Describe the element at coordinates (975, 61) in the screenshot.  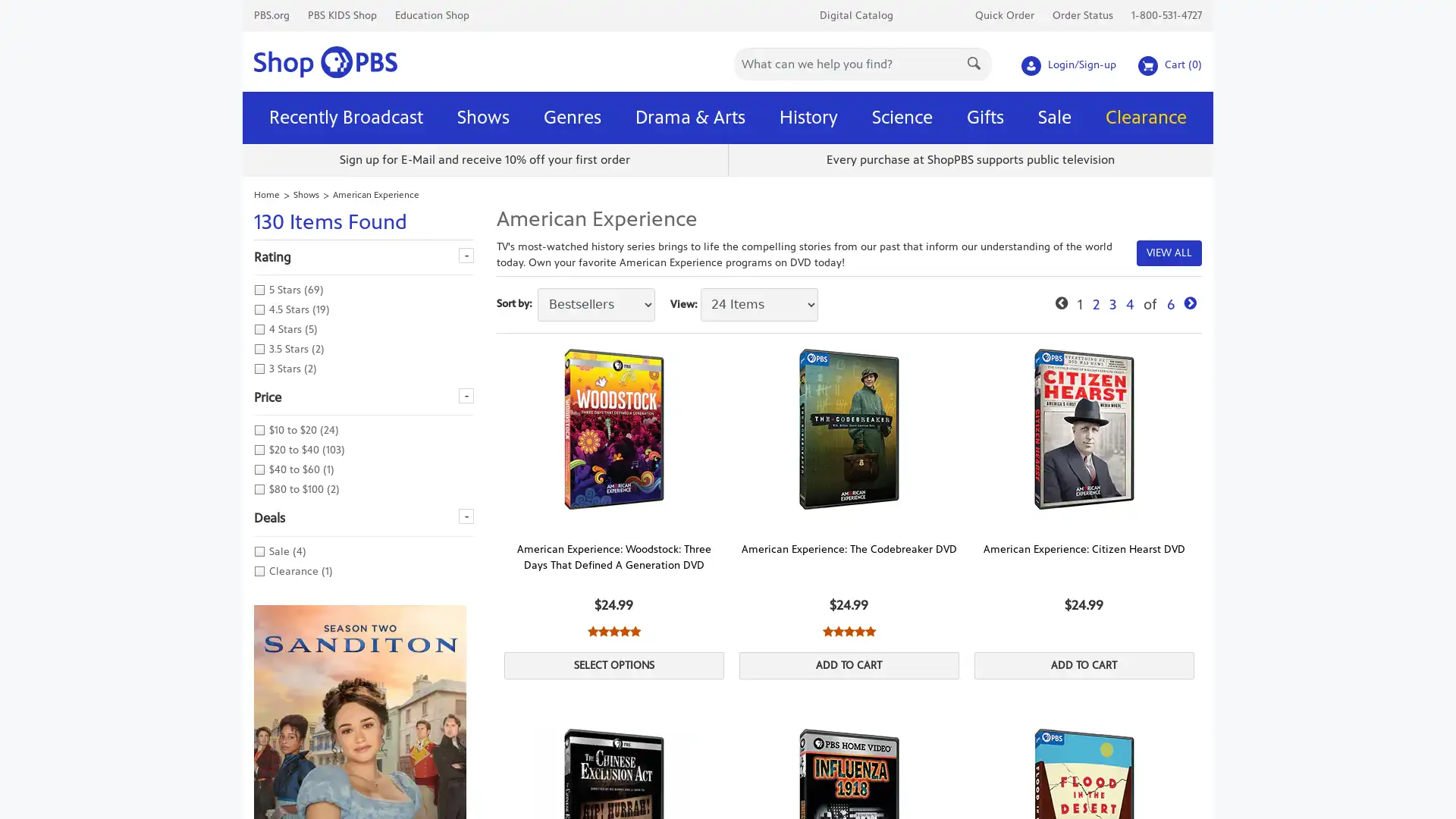
I see `Search Products` at that location.